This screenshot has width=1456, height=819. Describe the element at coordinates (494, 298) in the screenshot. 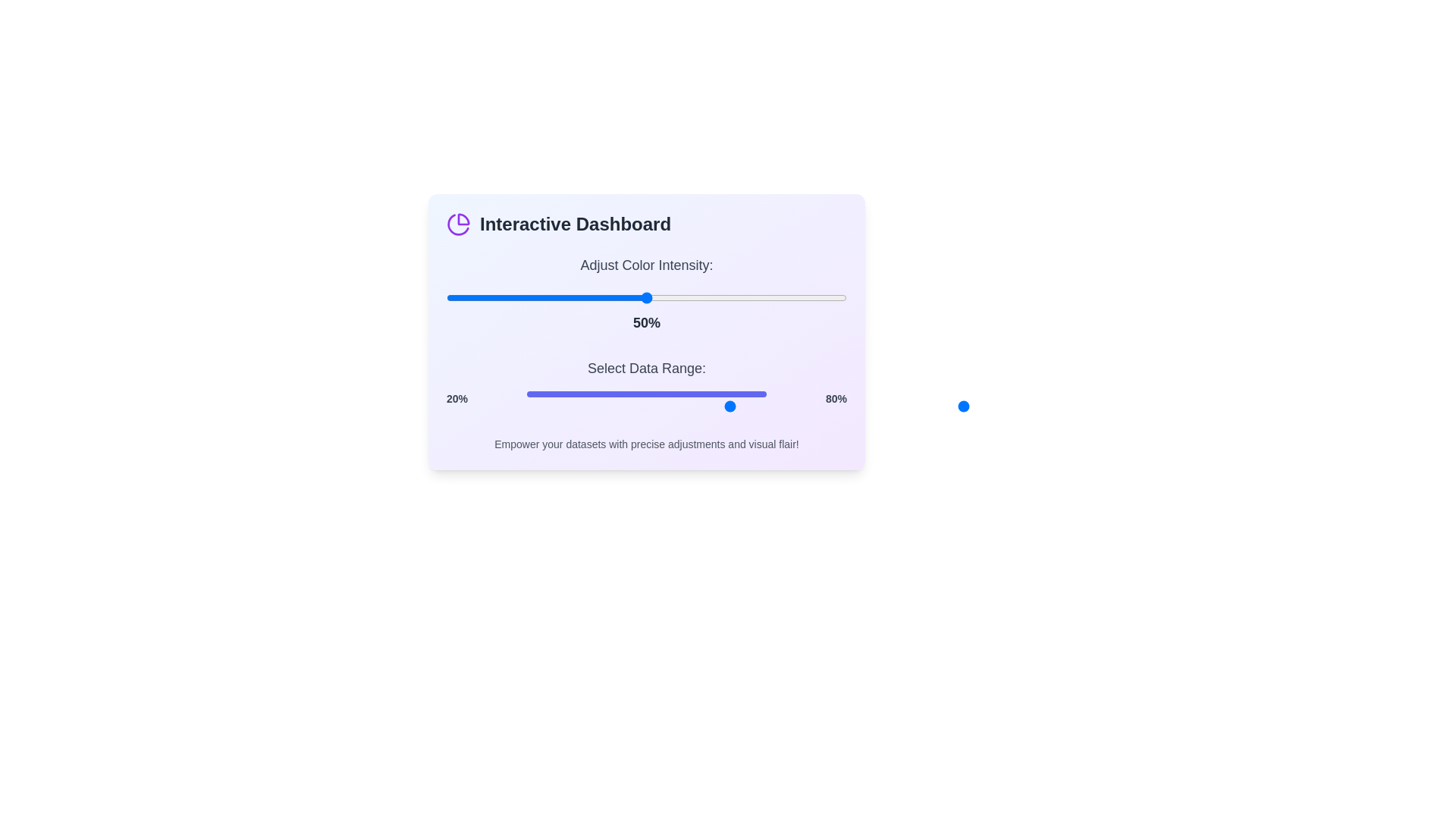

I see `the color intensity` at that location.